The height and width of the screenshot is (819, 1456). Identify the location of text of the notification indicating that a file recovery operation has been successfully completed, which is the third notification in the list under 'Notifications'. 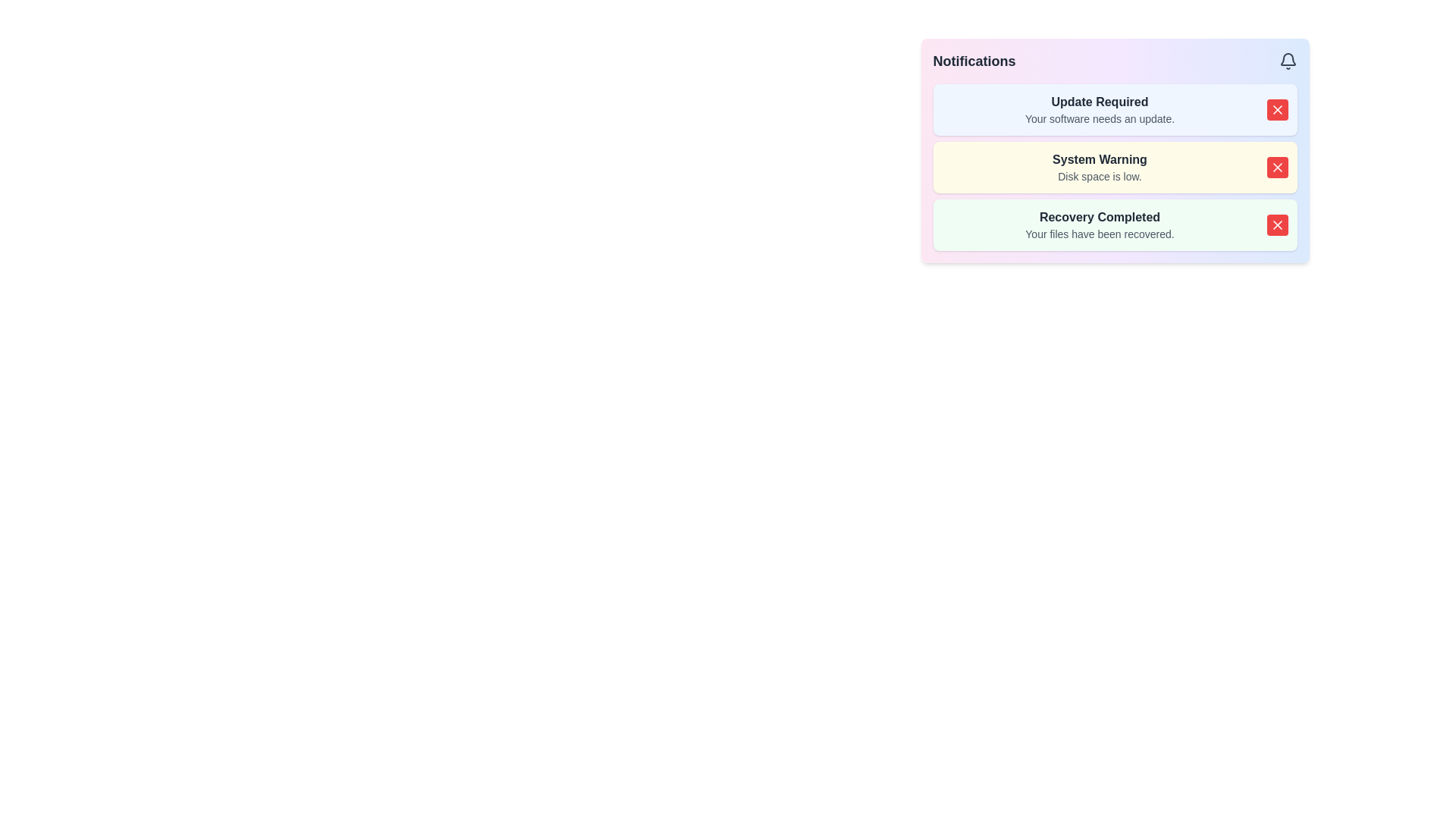
(1100, 225).